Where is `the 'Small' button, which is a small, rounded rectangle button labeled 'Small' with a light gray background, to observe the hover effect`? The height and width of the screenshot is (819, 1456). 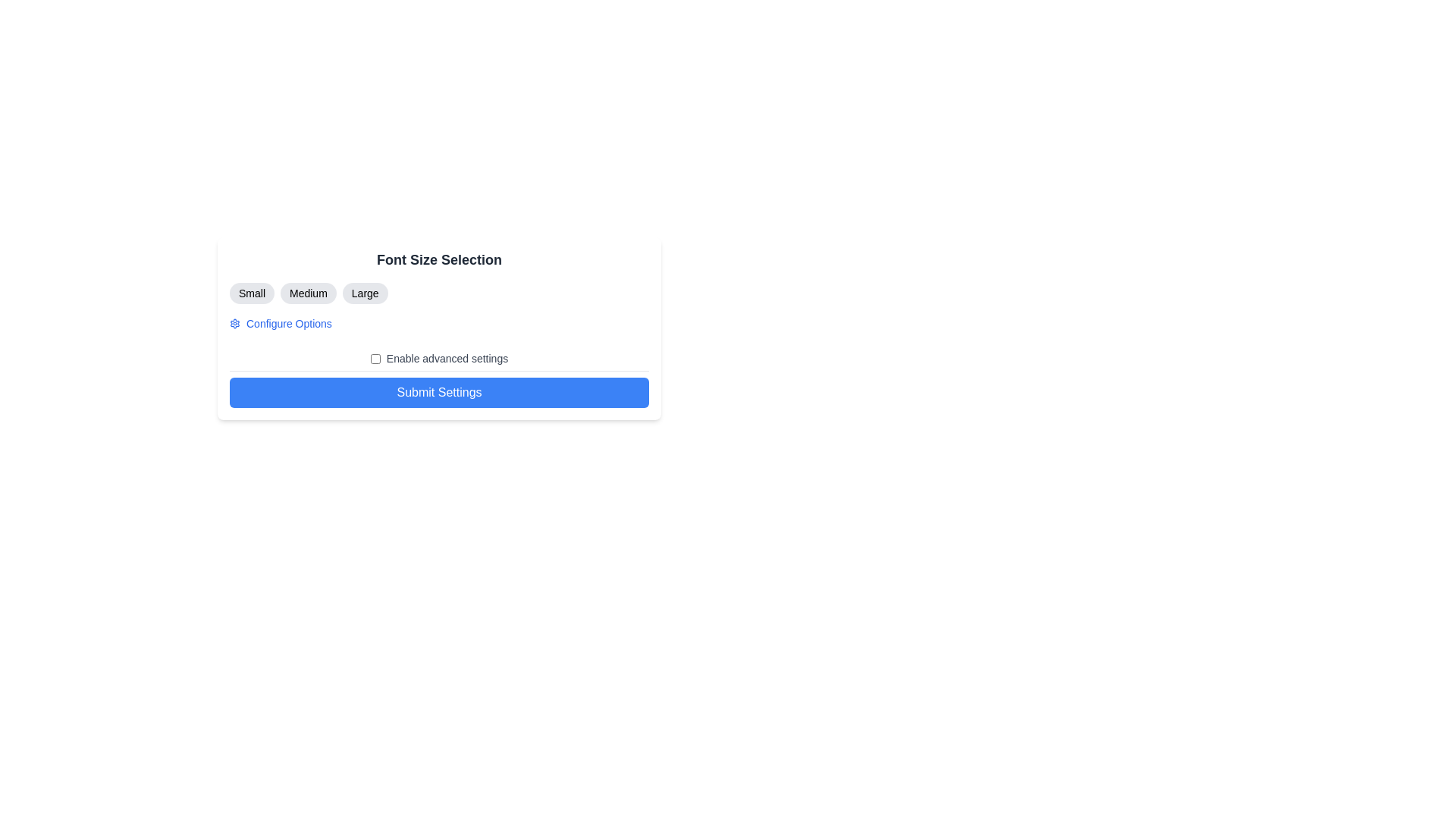
the 'Small' button, which is a small, rounded rectangle button labeled 'Small' with a light gray background, to observe the hover effect is located at coordinates (252, 293).